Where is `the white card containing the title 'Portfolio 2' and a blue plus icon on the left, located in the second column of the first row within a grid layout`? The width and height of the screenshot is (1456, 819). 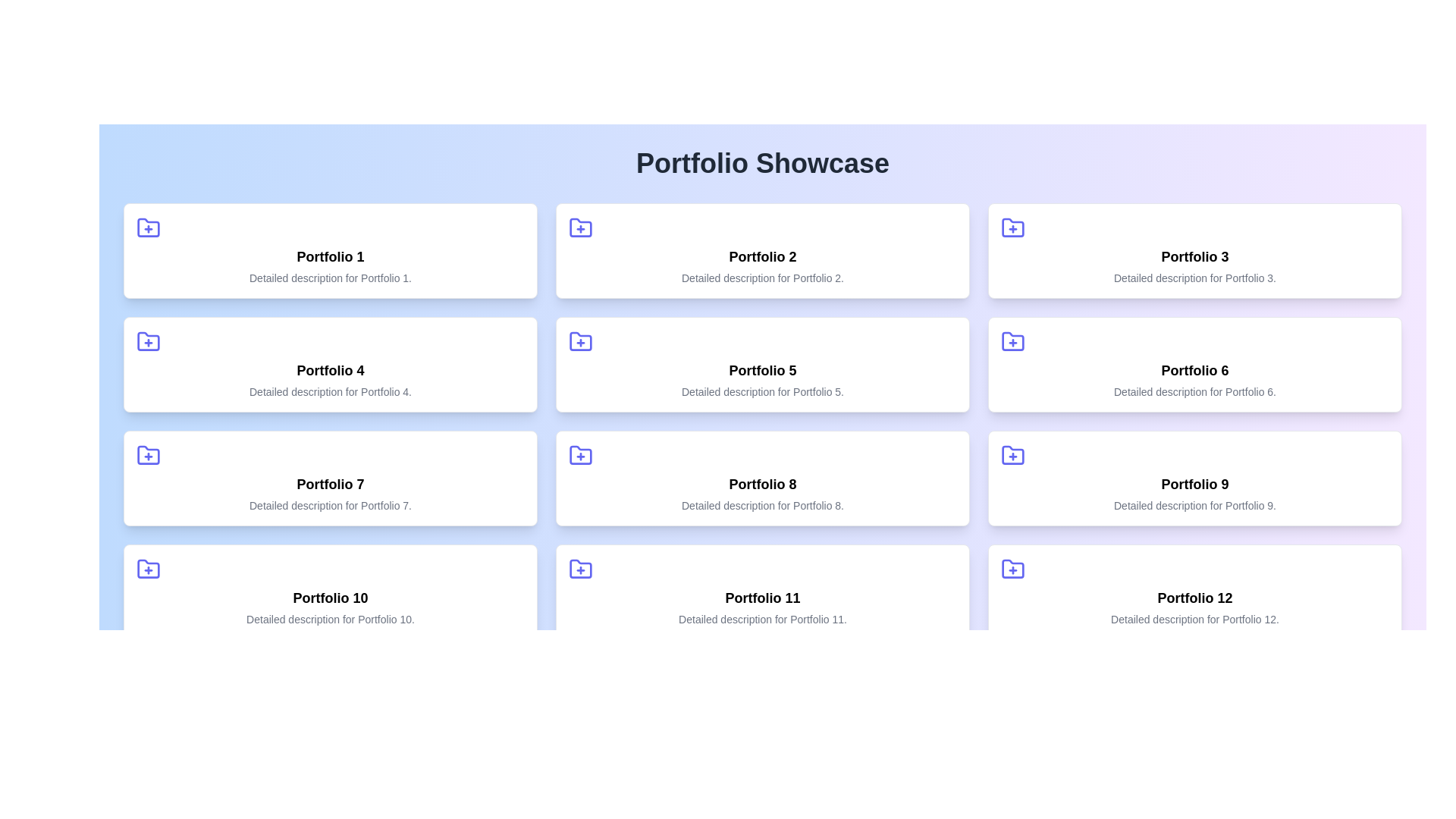 the white card containing the title 'Portfolio 2' and a blue plus icon on the left, located in the second column of the first row within a grid layout is located at coordinates (763, 250).